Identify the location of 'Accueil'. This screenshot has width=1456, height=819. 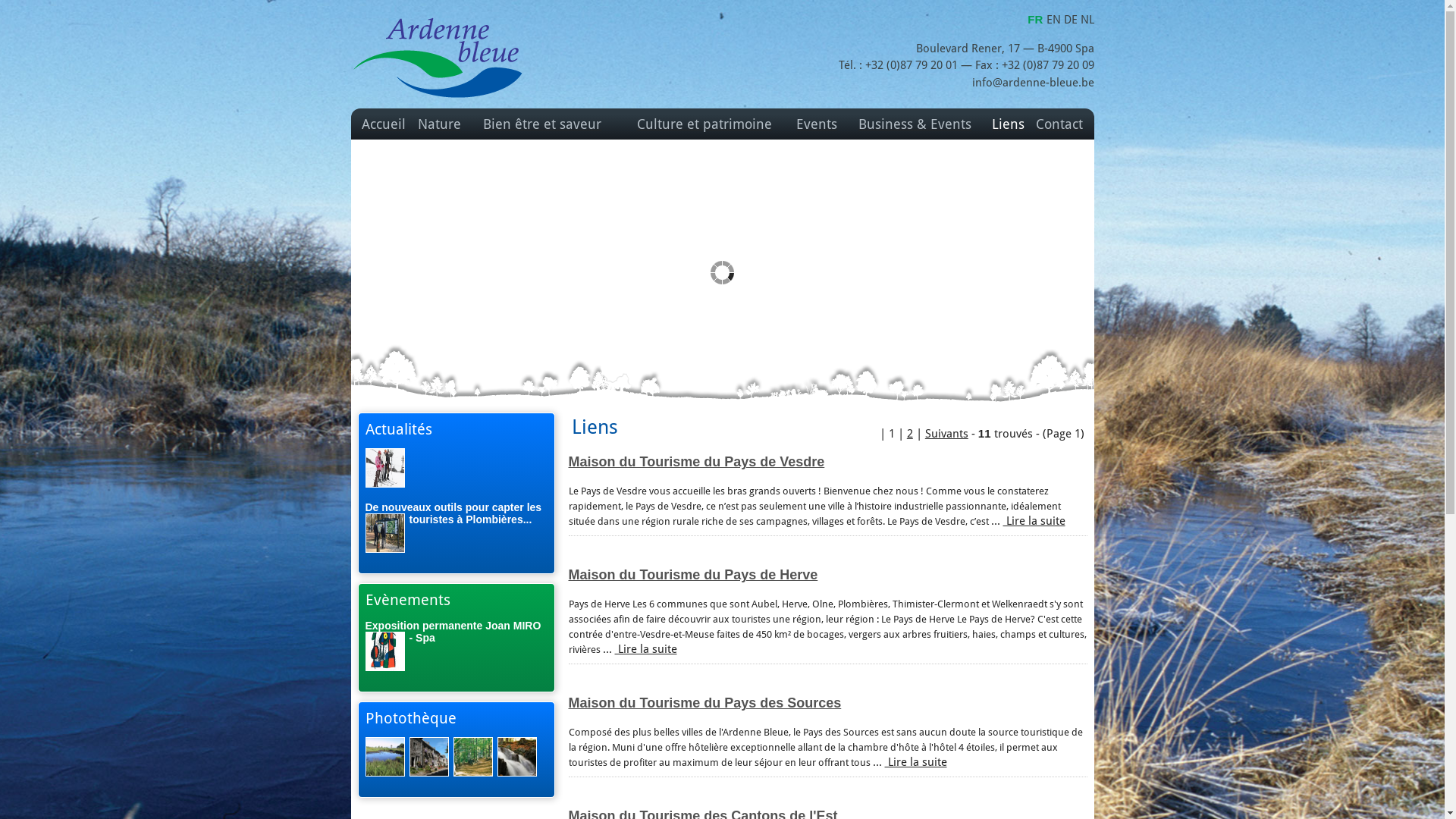
(383, 124).